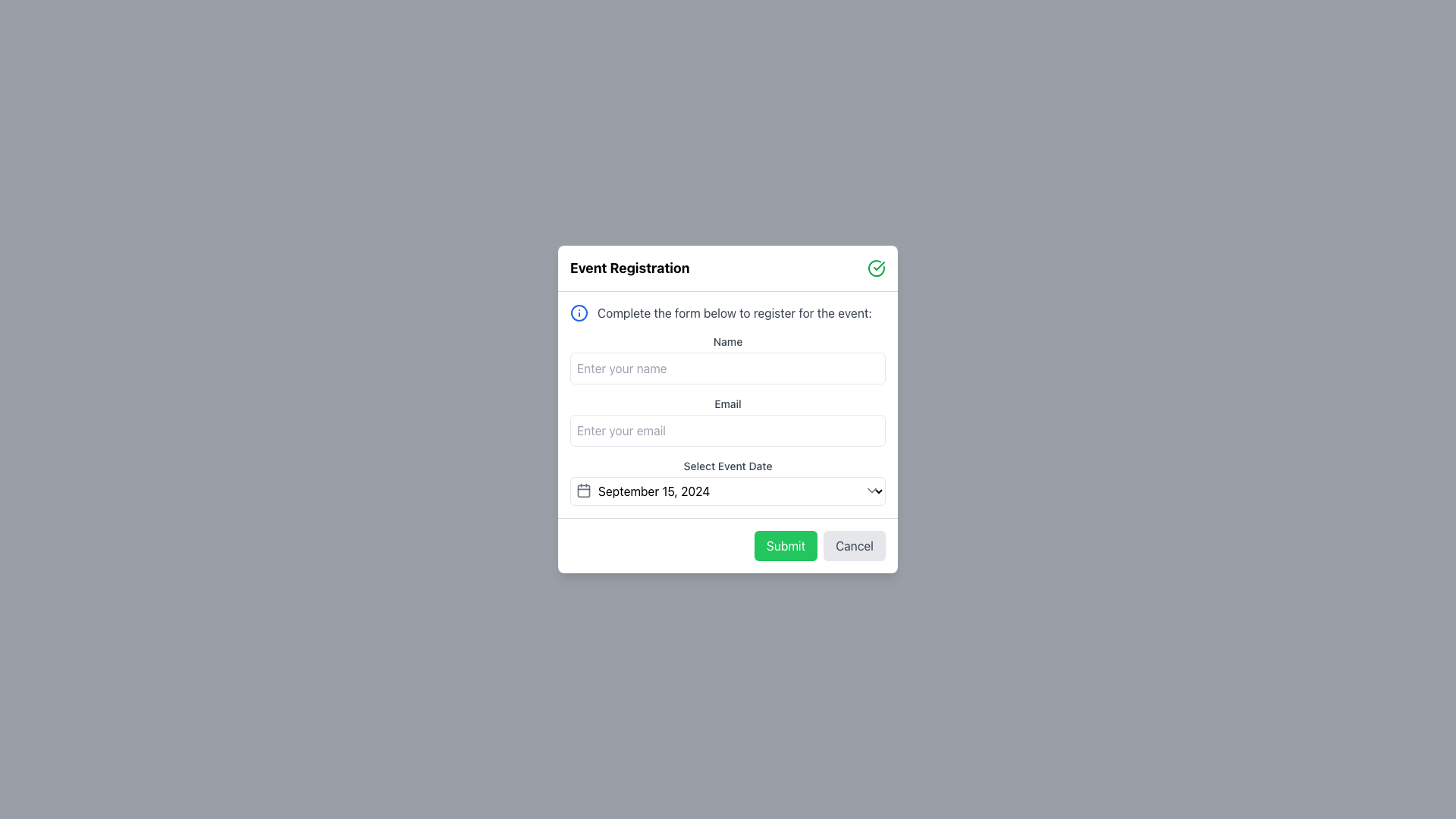 The width and height of the screenshot is (1456, 819). Describe the element at coordinates (728, 312) in the screenshot. I see `the informational header text block for the 'Event Registration' form` at that location.